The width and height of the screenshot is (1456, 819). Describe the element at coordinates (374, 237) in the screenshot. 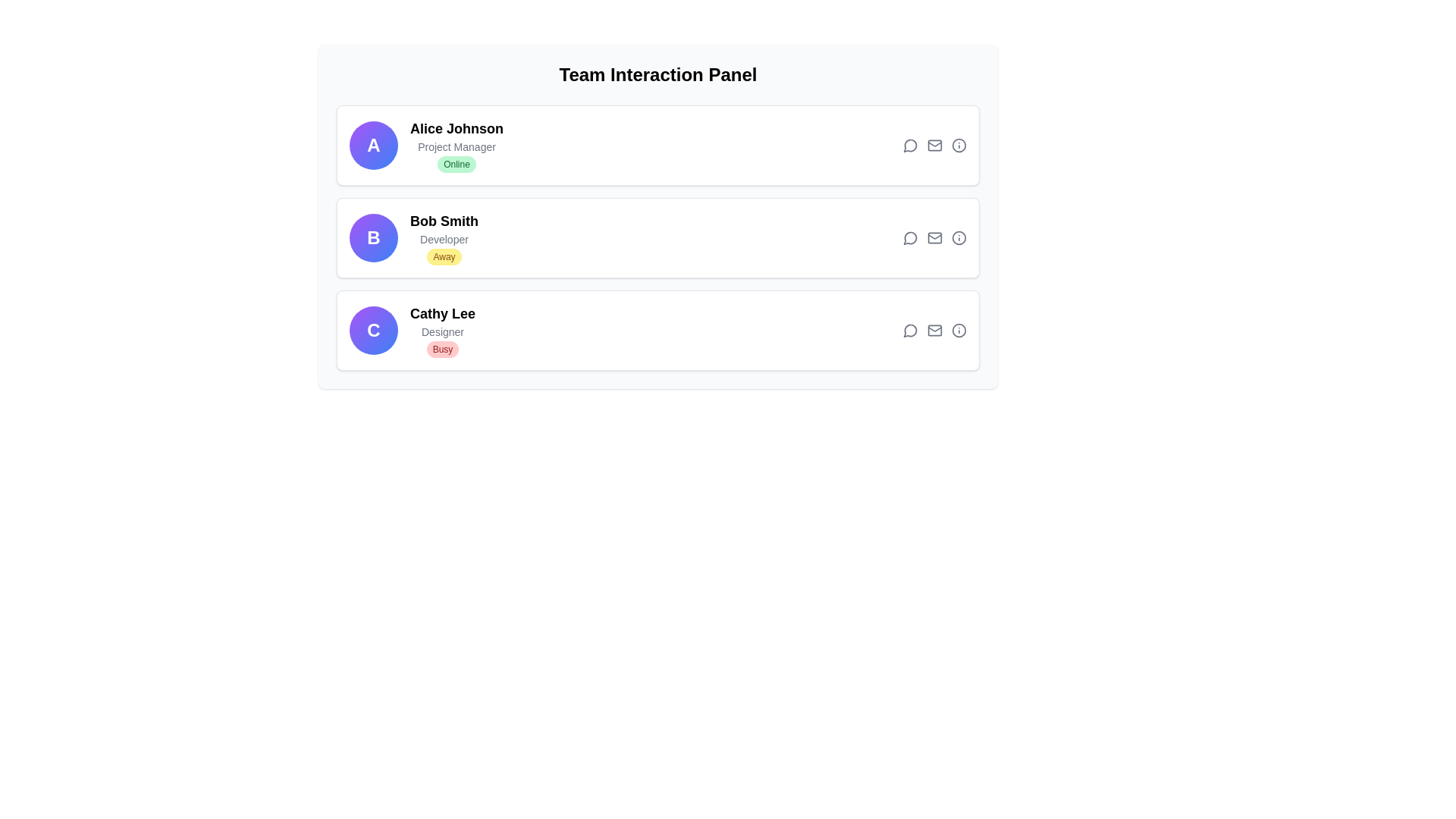

I see `the Profile Avatar circular badge featuring a gradient background from purple to blue with a bold white letter 'B' in the center, located on the user profile card for 'Bob Smith'` at that location.